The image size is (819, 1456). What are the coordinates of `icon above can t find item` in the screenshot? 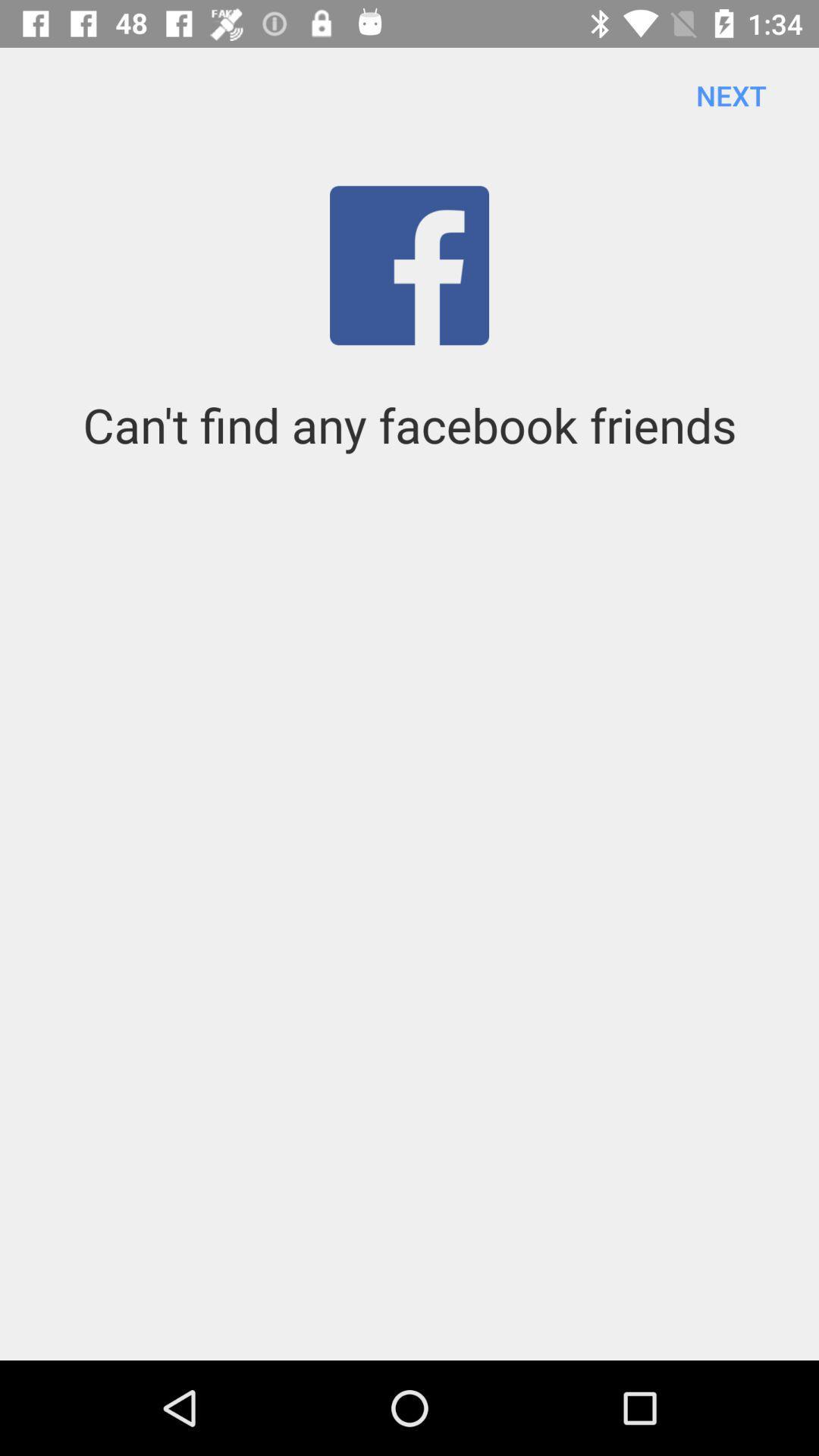 It's located at (730, 94).